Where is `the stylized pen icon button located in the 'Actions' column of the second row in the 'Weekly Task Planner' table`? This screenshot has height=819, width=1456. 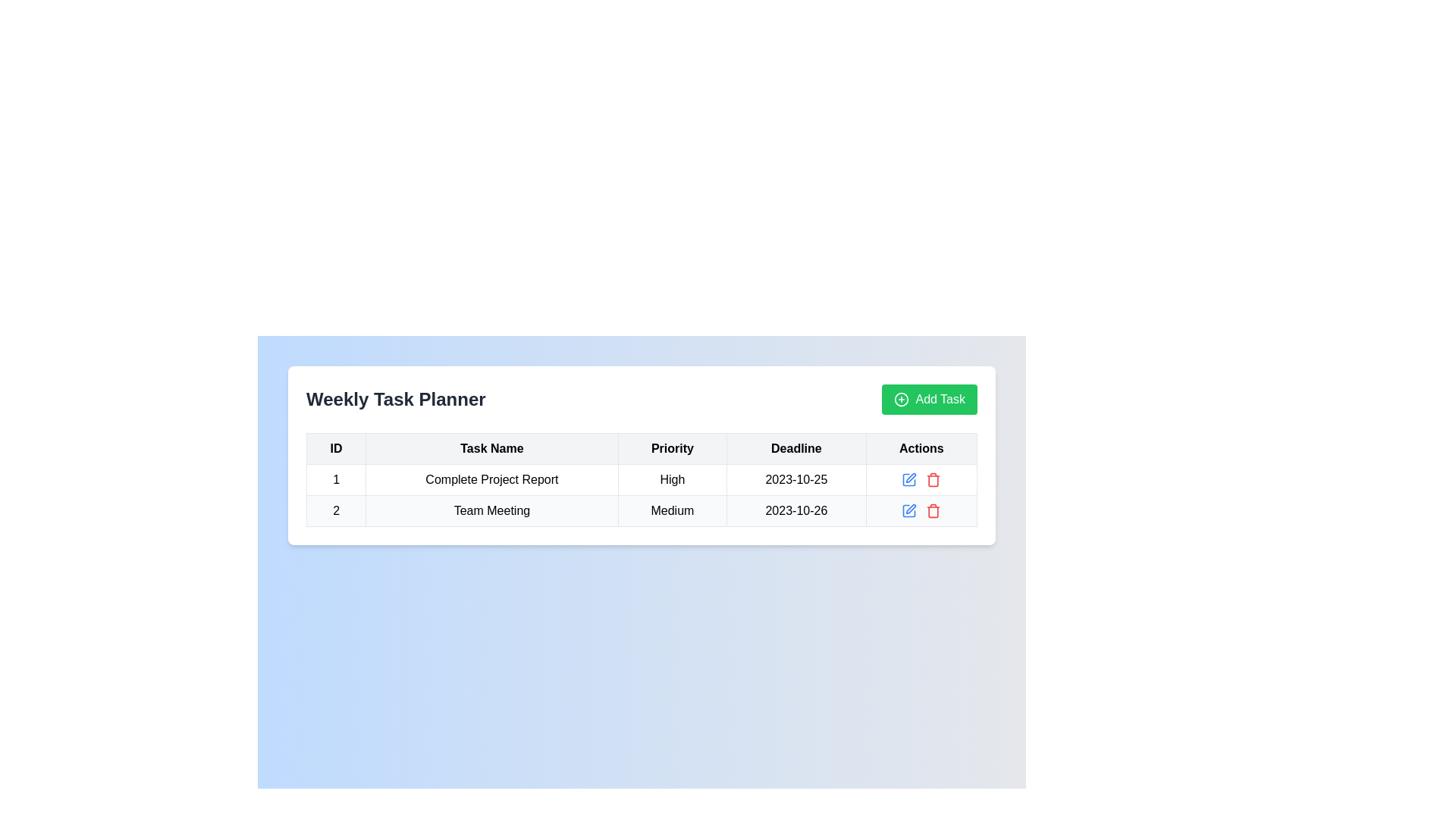 the stylized pen icon button located in the 'Actions' column of the second row in the 'Weekly Task Planner' table is located at coordinates (910, 478).